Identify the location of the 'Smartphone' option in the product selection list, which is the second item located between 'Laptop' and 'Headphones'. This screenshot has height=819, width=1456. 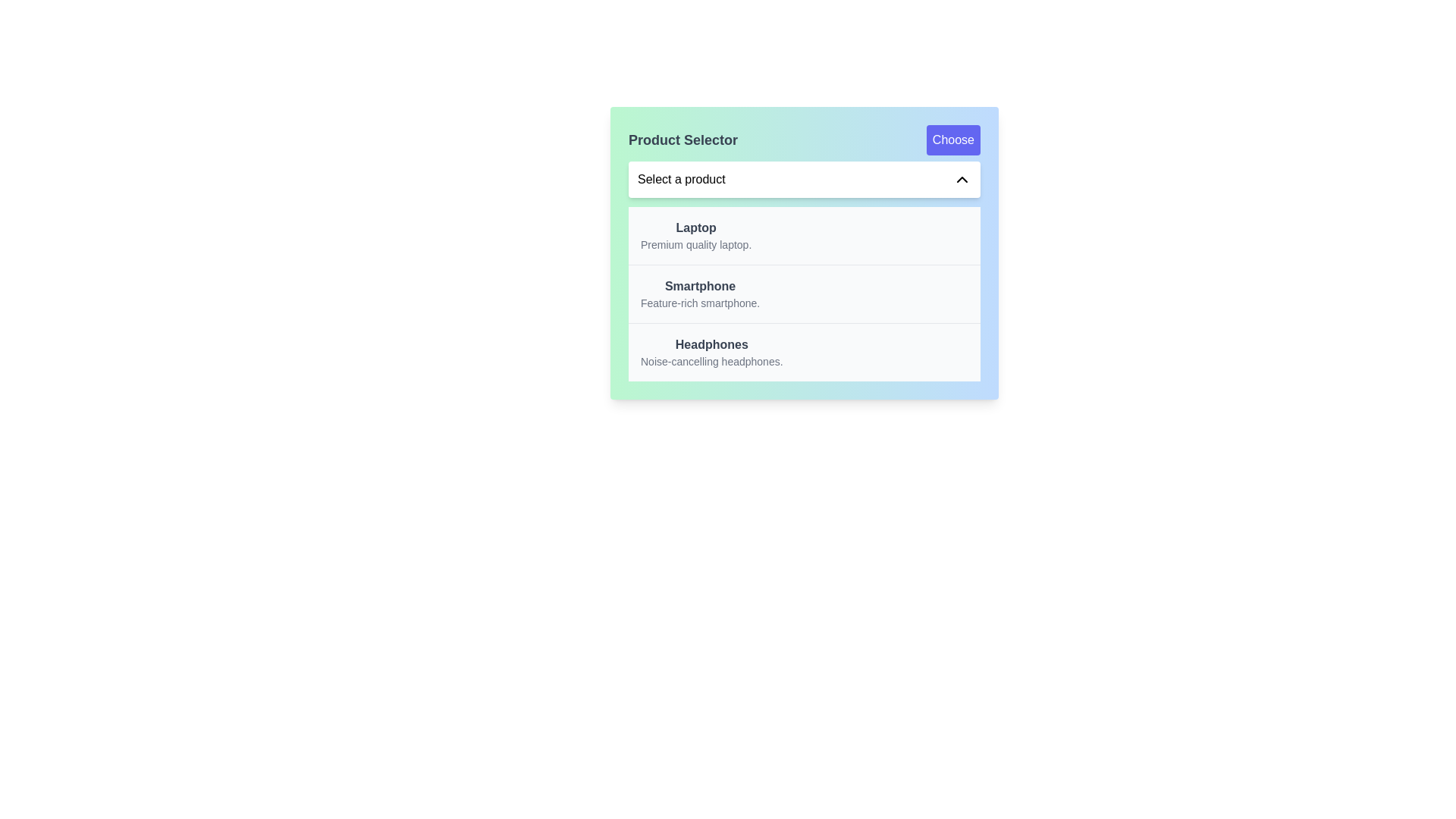
(803, 293).